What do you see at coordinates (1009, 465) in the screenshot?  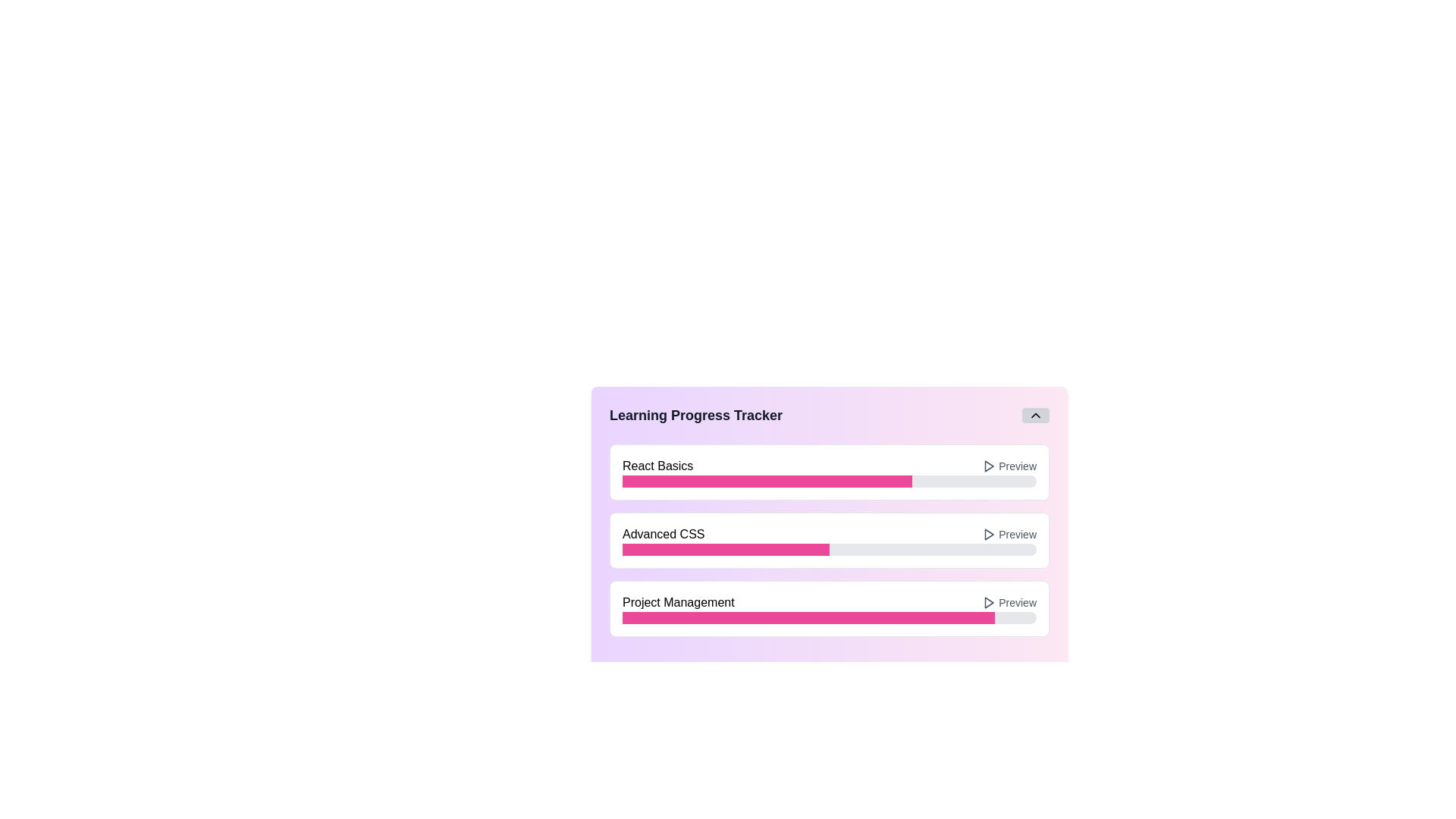 I see `the interactive button with an icon and label for the 'React Basics' course` at bounding box center [1009, 465].